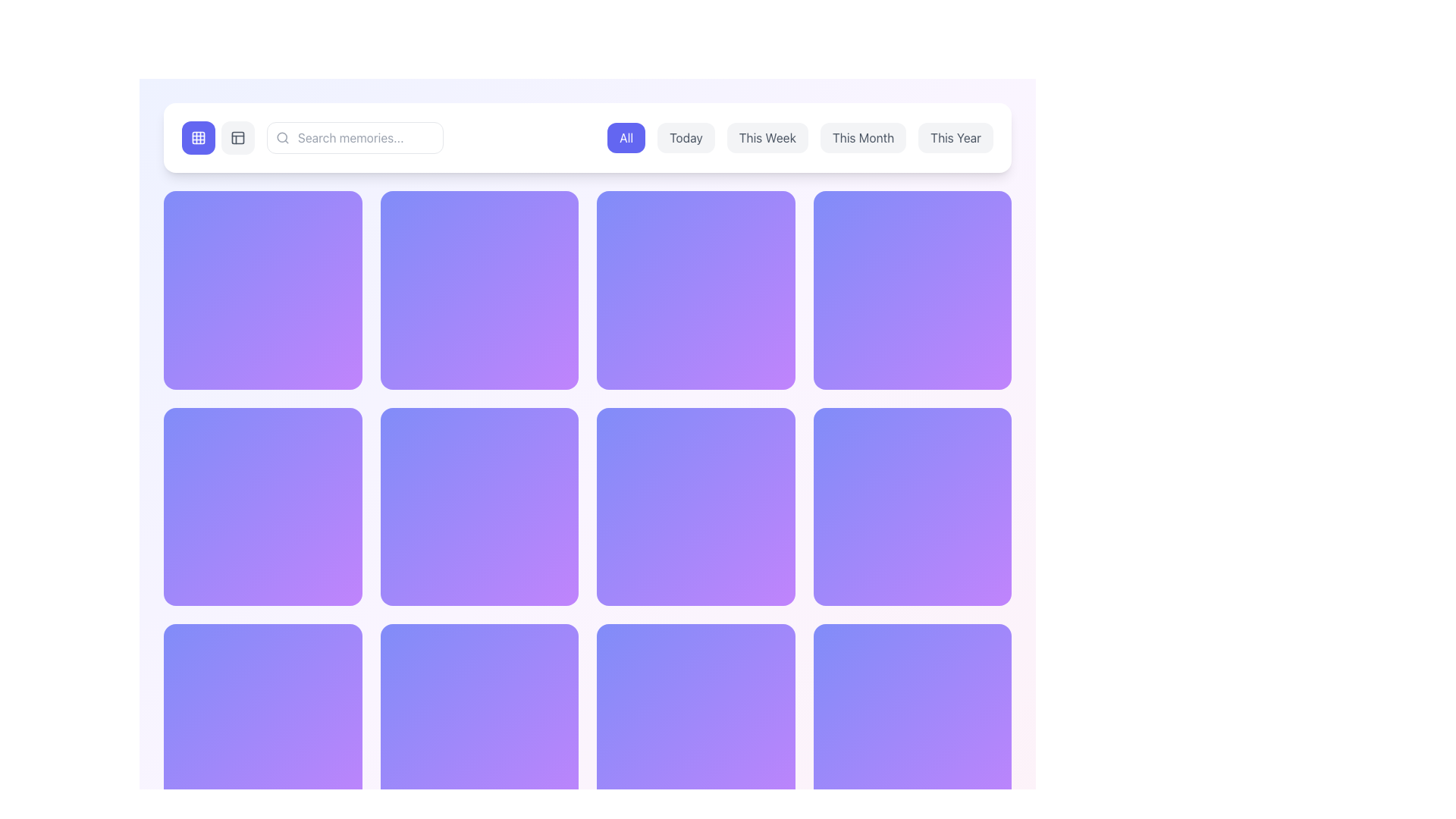  I want to click on the indigo rounded rectangular button labeled 'All' to apply the filter, so click(626, 137).